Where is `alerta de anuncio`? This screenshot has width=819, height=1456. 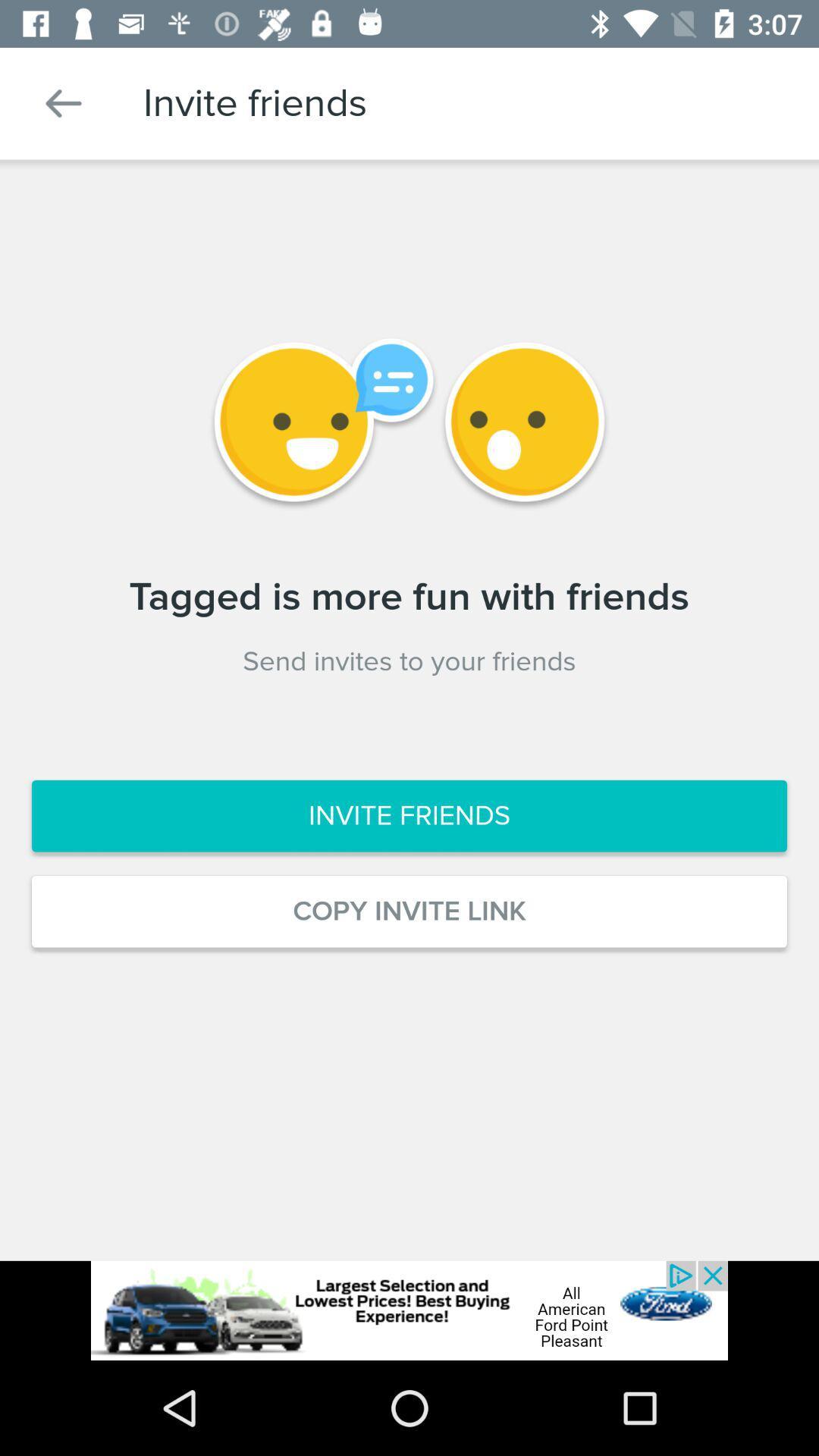 alerta de anuncio is located at coordinates (409, 1310).